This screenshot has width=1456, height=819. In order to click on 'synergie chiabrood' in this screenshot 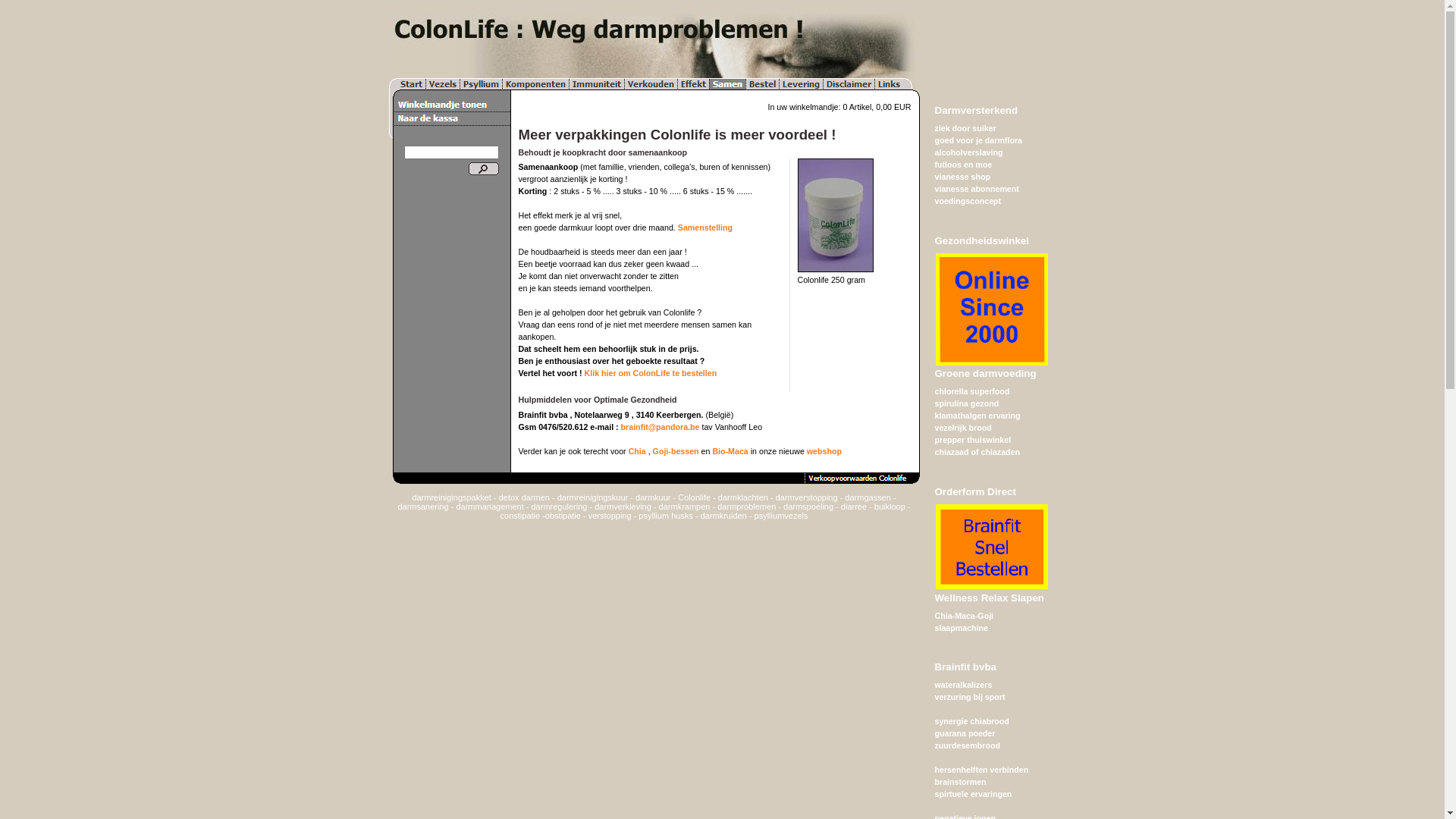, I will do `click(971, 720)`.